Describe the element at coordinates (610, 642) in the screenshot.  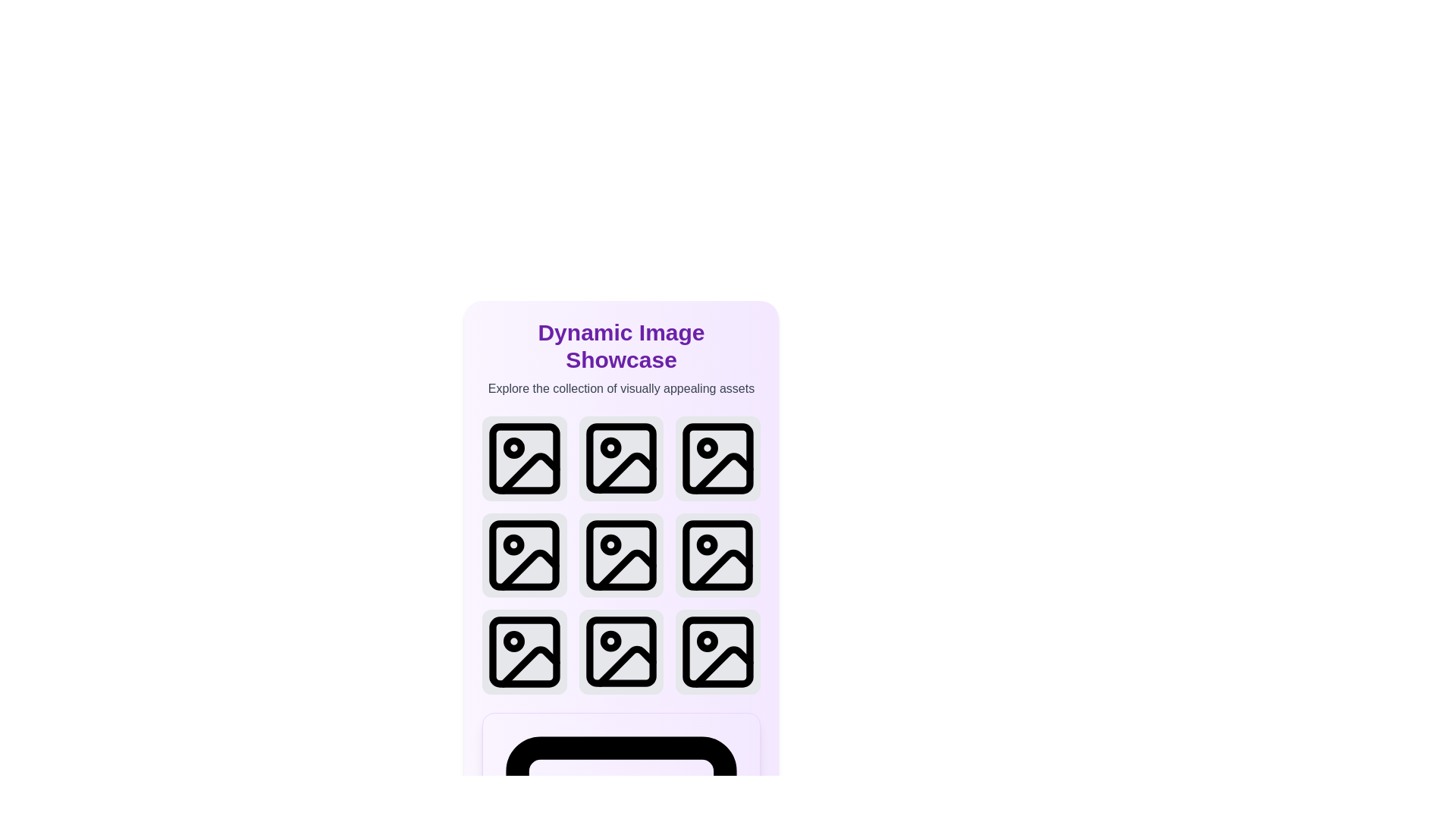
I see `the small circular symbol located in the center of the bottom-middle image placeholder in the 3x3 grid` at that location.